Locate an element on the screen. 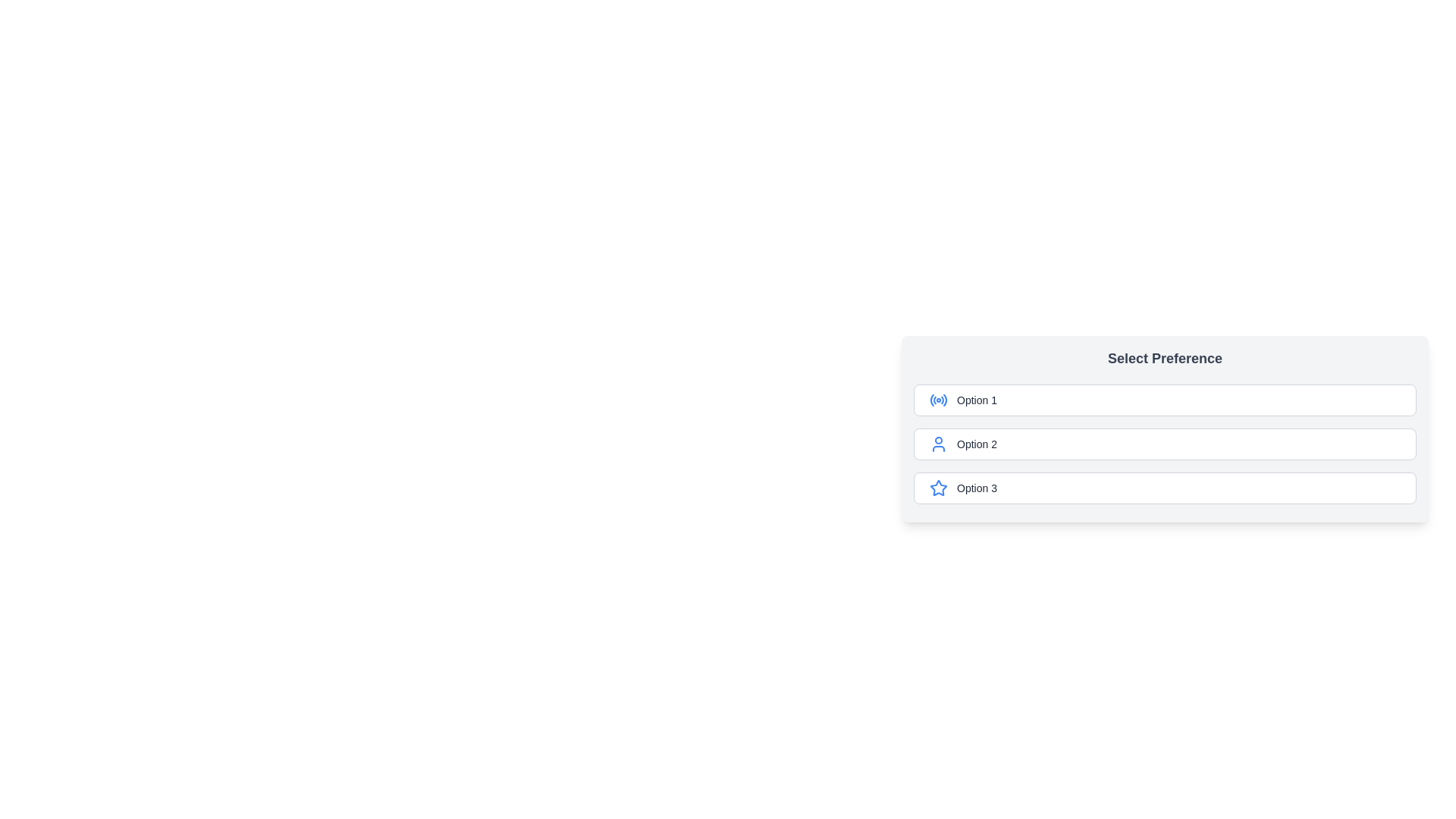  an option within the 'Select Preference' group of selectable options located in a light gray rounded box is located at coordinates (1164, 444).